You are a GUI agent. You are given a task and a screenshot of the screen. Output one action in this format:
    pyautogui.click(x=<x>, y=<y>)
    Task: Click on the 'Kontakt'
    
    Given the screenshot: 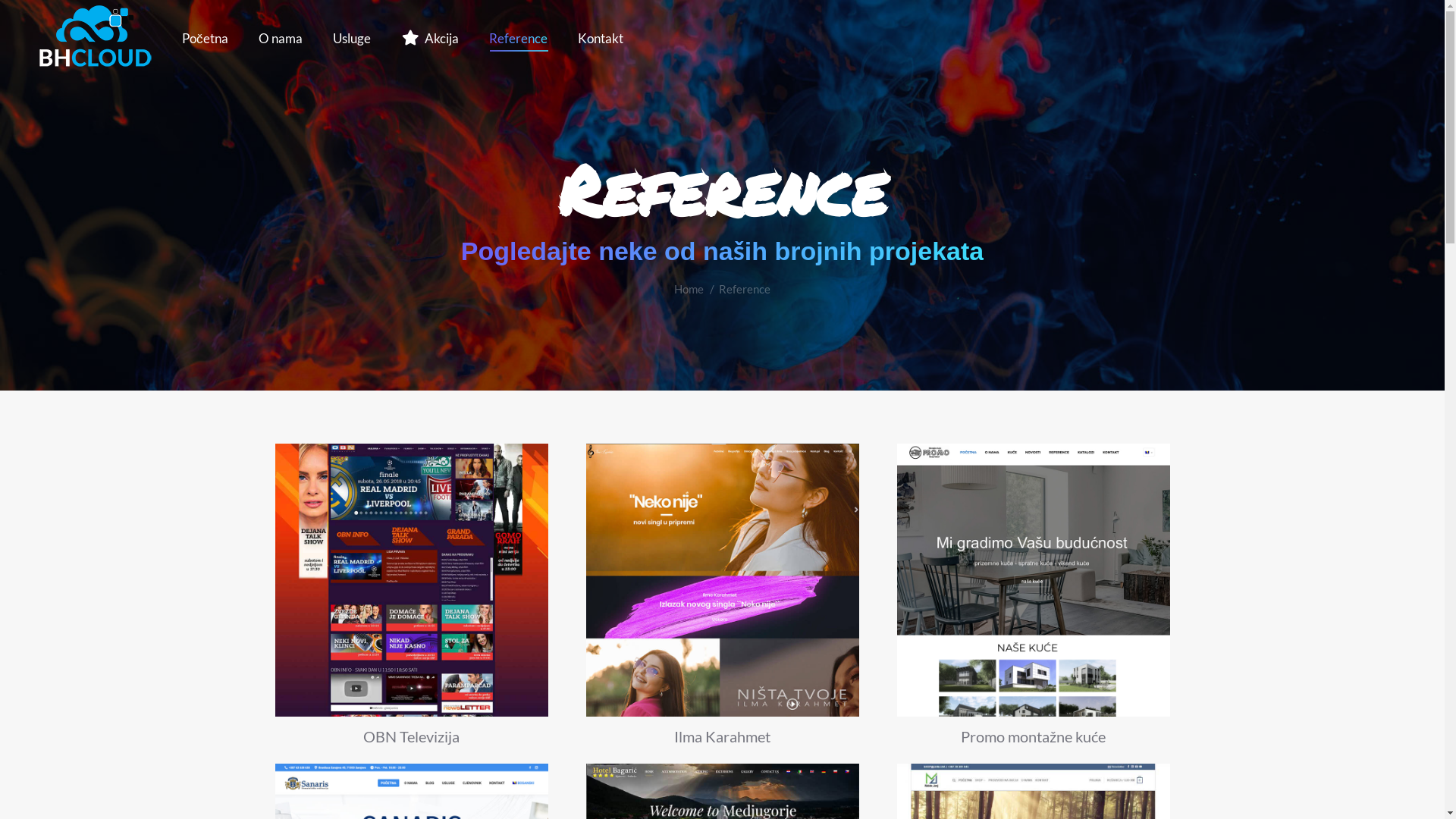 What is the action you would take?
    pyautogui.click(x=577, y=37)
    